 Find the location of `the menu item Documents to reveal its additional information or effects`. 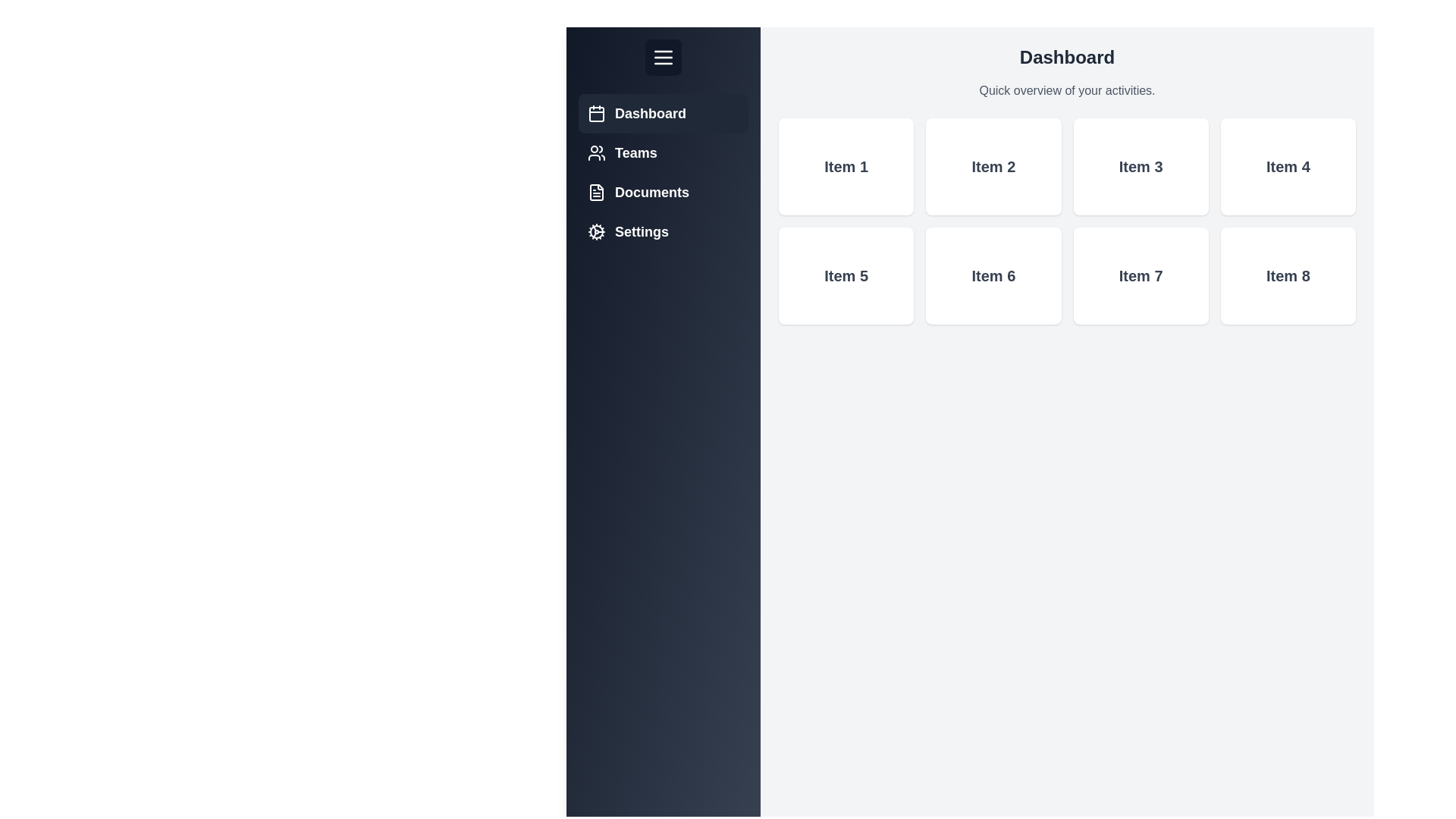

the menu item Documents to reveal its additional information or effects is located at coordinates (663, 192).